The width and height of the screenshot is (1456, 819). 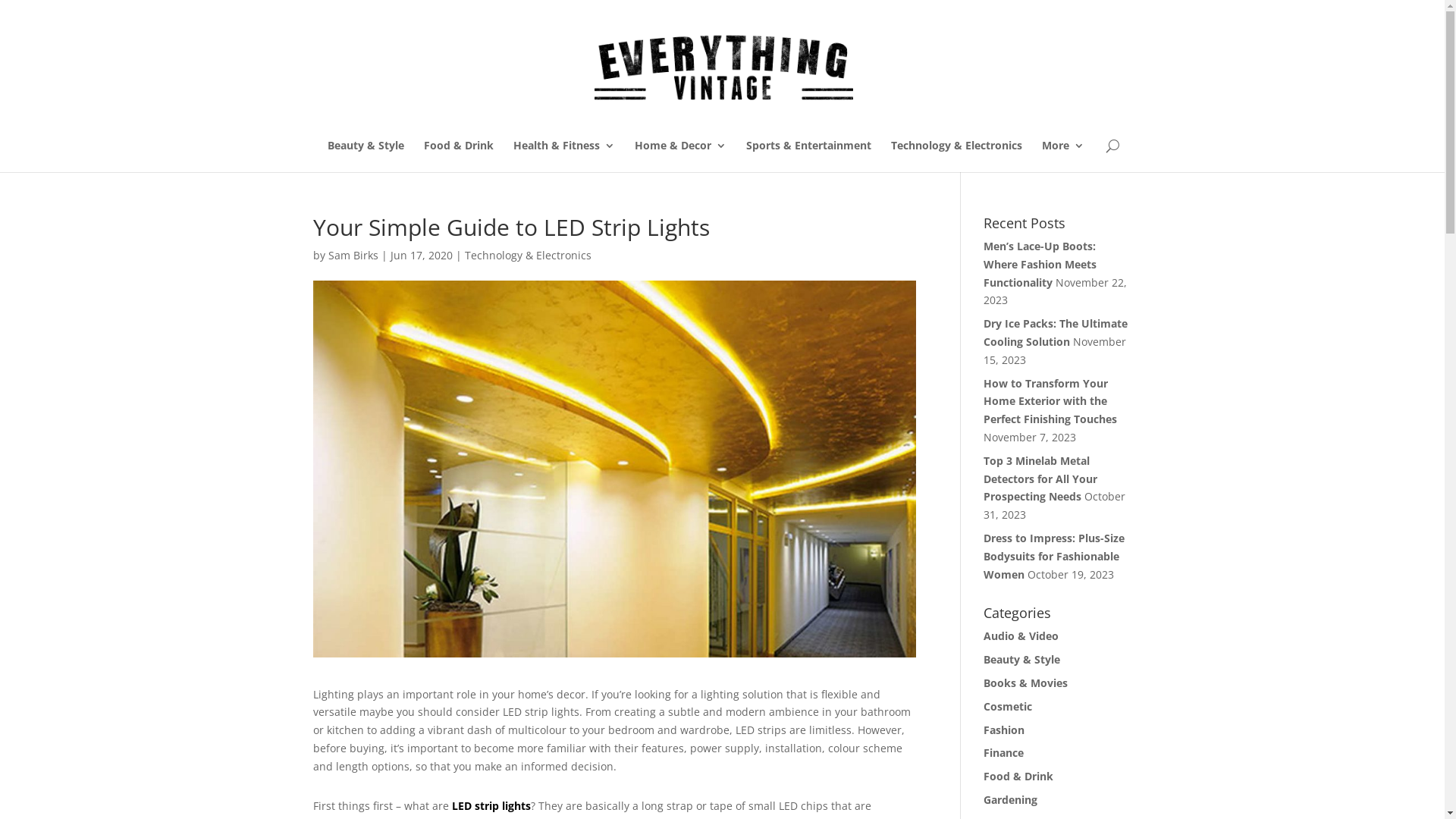 What do you see at coordinates (1003, 752) in the screenshot?
I see `'Finance'` at bounding box center [1003, 752].